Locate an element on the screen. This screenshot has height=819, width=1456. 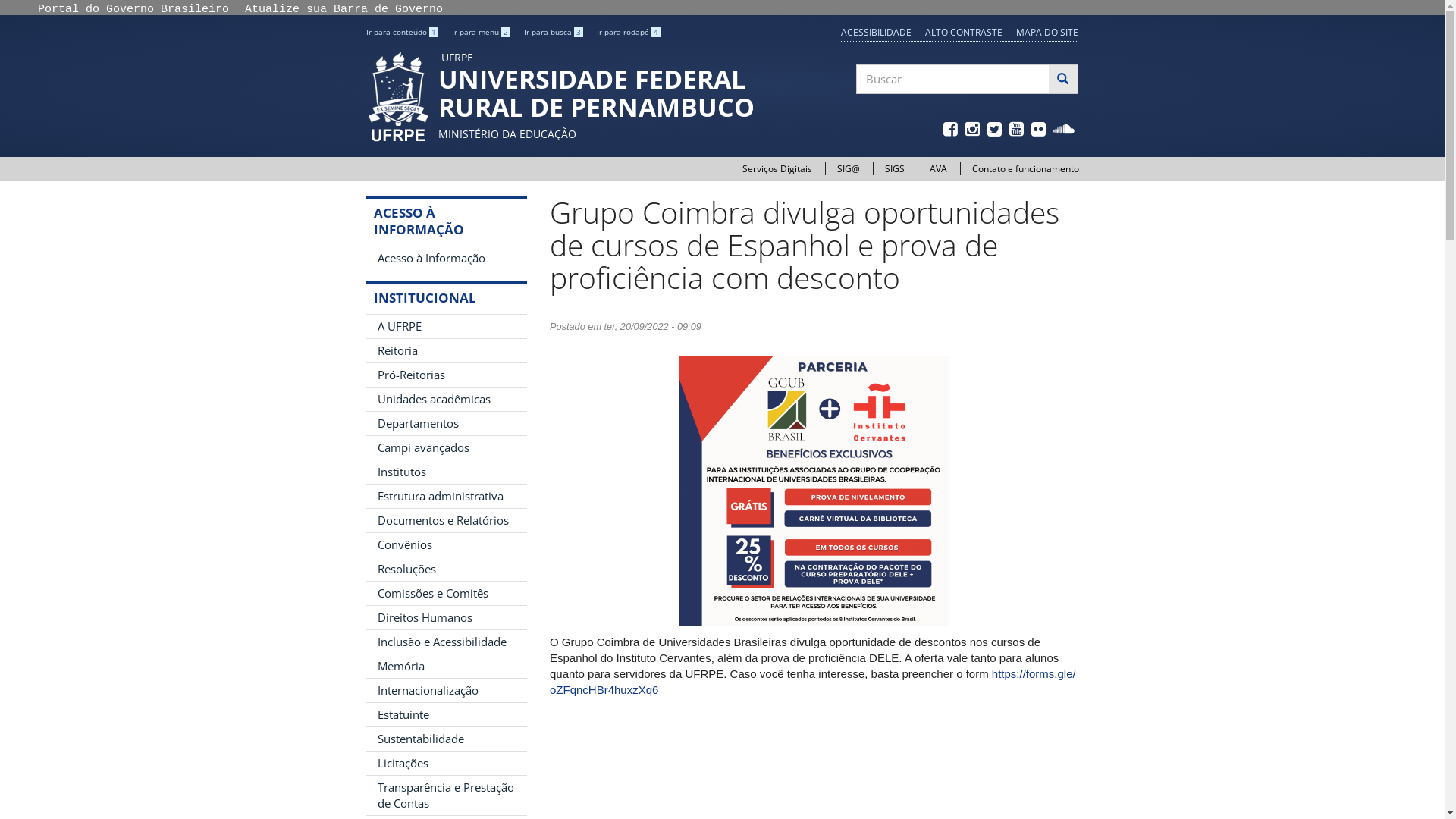
'MAPA DO SITE' is located at coordinates (1015, 32).